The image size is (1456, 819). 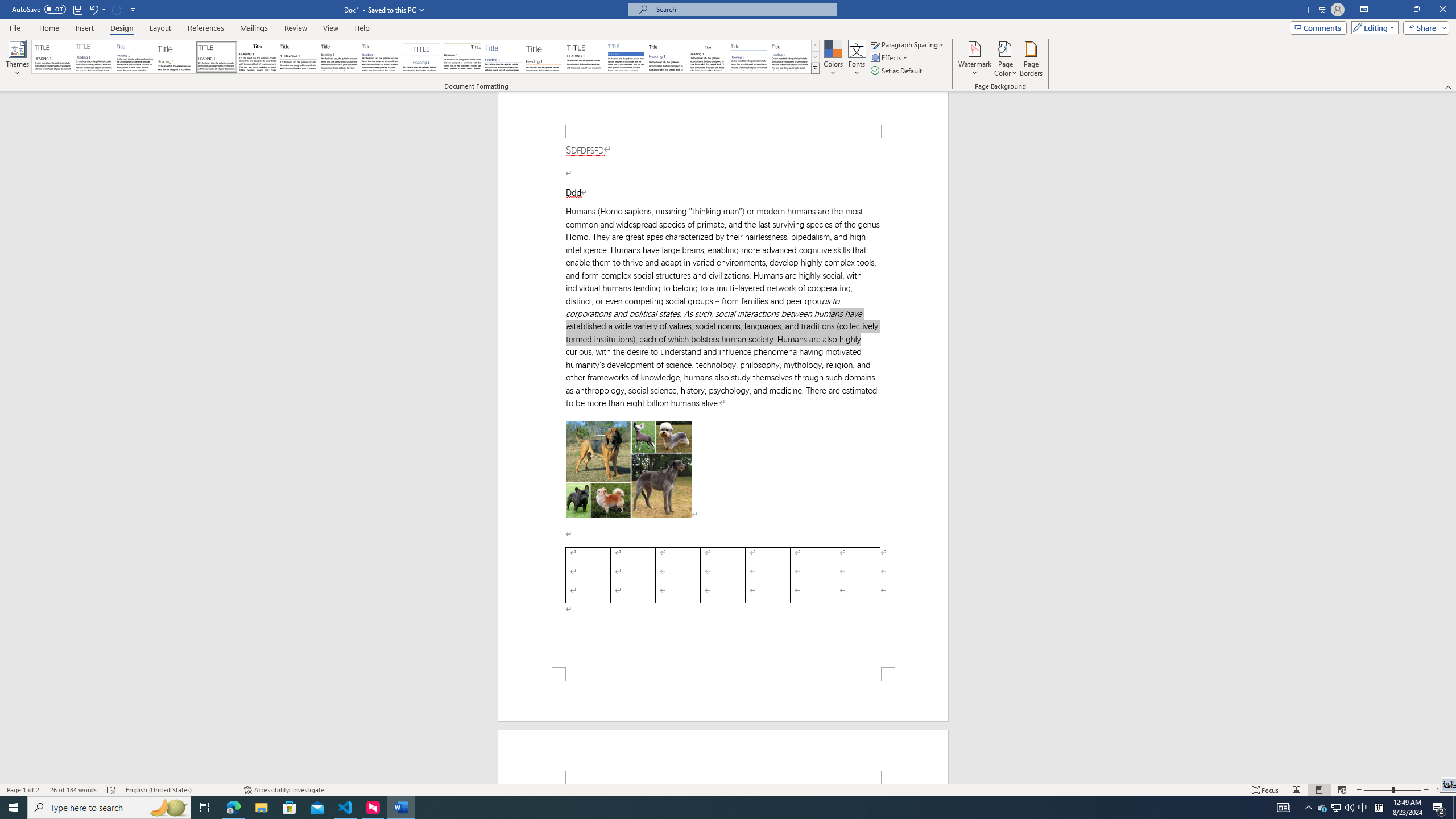 I want to click on 'Page Number Page 1 of 2', so click(x=23, y=790).